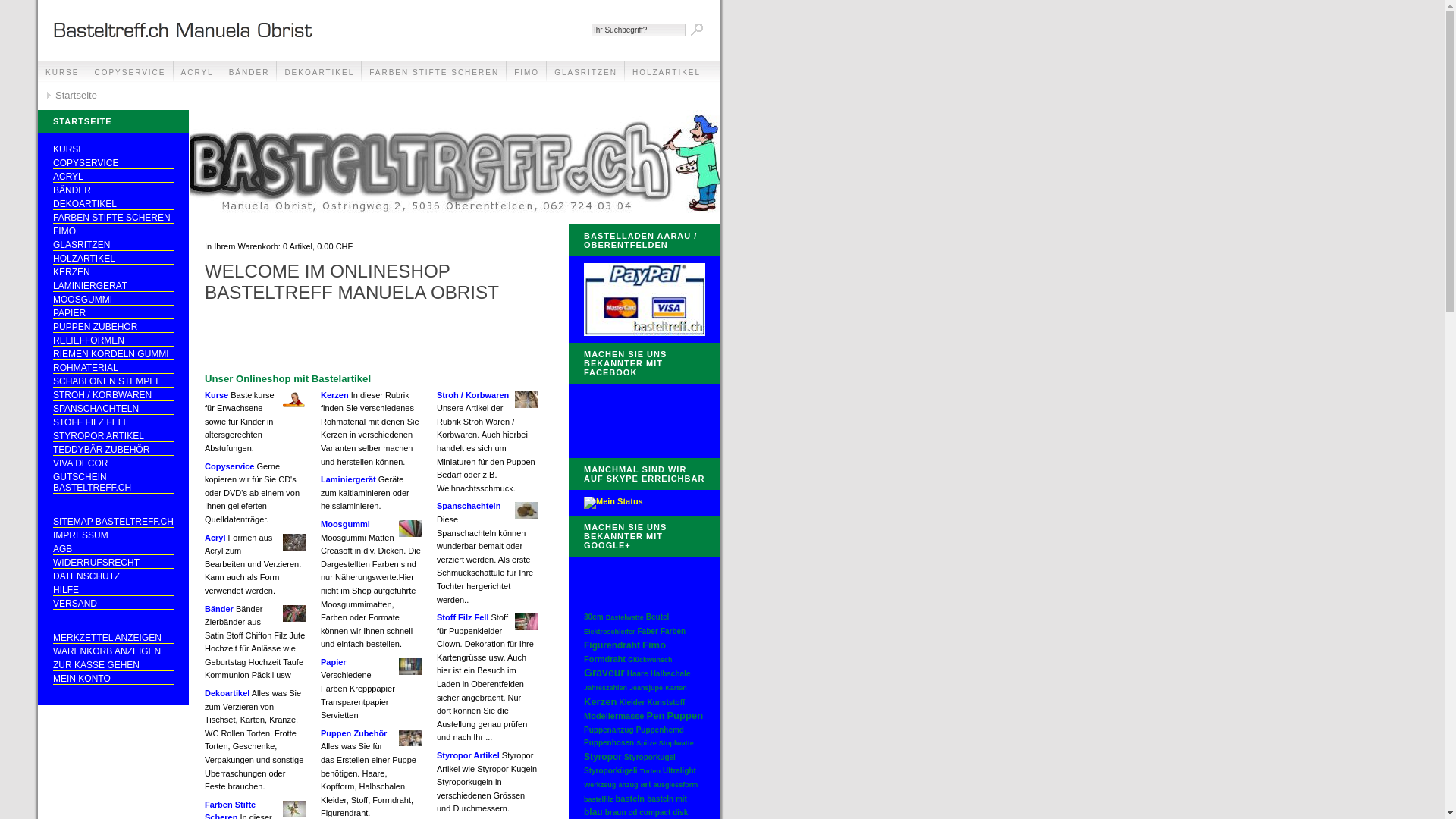 The height and width of the screenshot is (819, 1456). Describe the element at coordinates (618, 784) in the screenshot. I see `'anzug'` at that location.